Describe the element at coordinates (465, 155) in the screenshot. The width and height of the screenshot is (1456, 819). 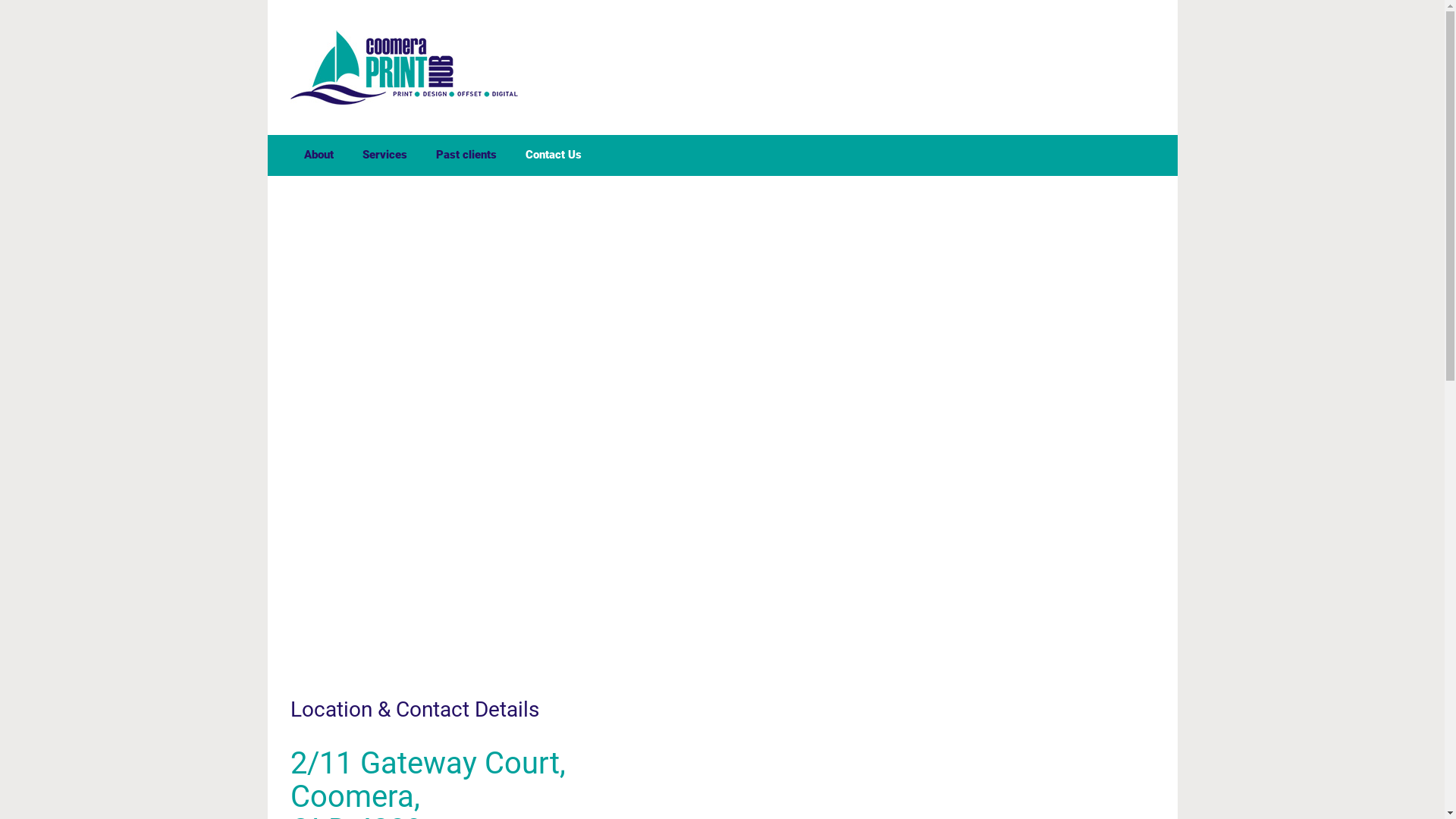
I see `'Past clients'` at that location.